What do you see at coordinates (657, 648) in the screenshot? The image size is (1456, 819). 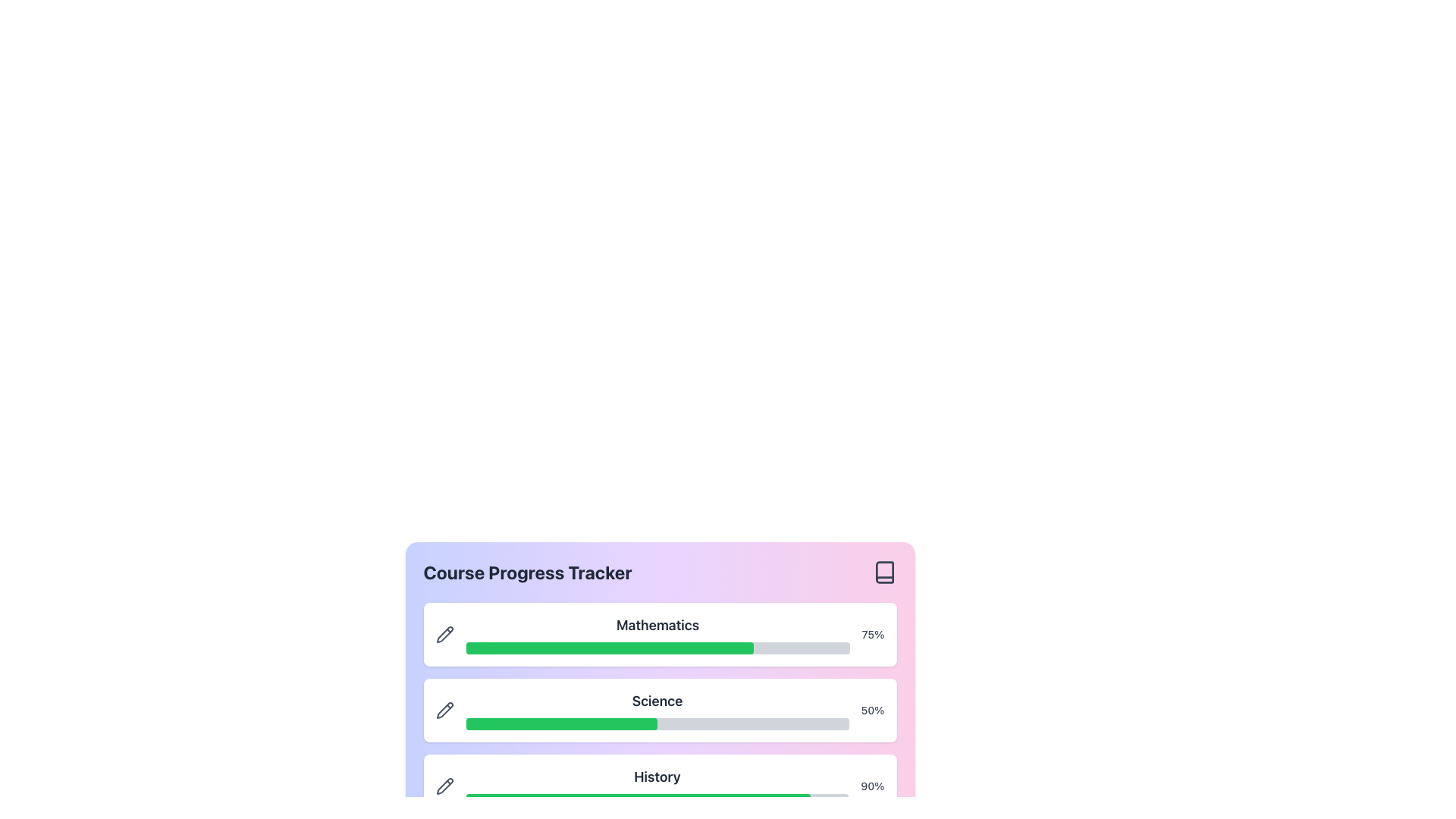 I see `the visual representation of progress on the Progress bar indicating 75% completion for the course 'Mathematics', located below the 'Mathematics' label` at bounding box center [657, 648].